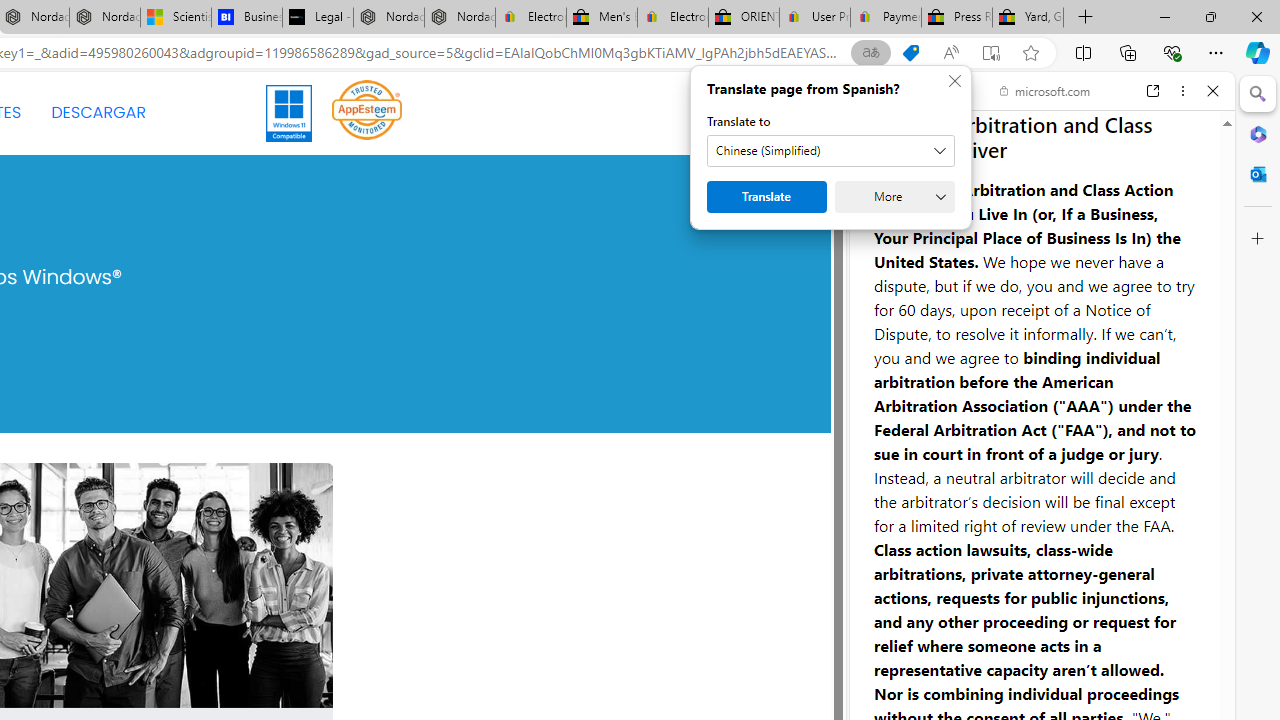 The image size is (1280, 720). I want to click on 'App Esteem', so click(367, 113).